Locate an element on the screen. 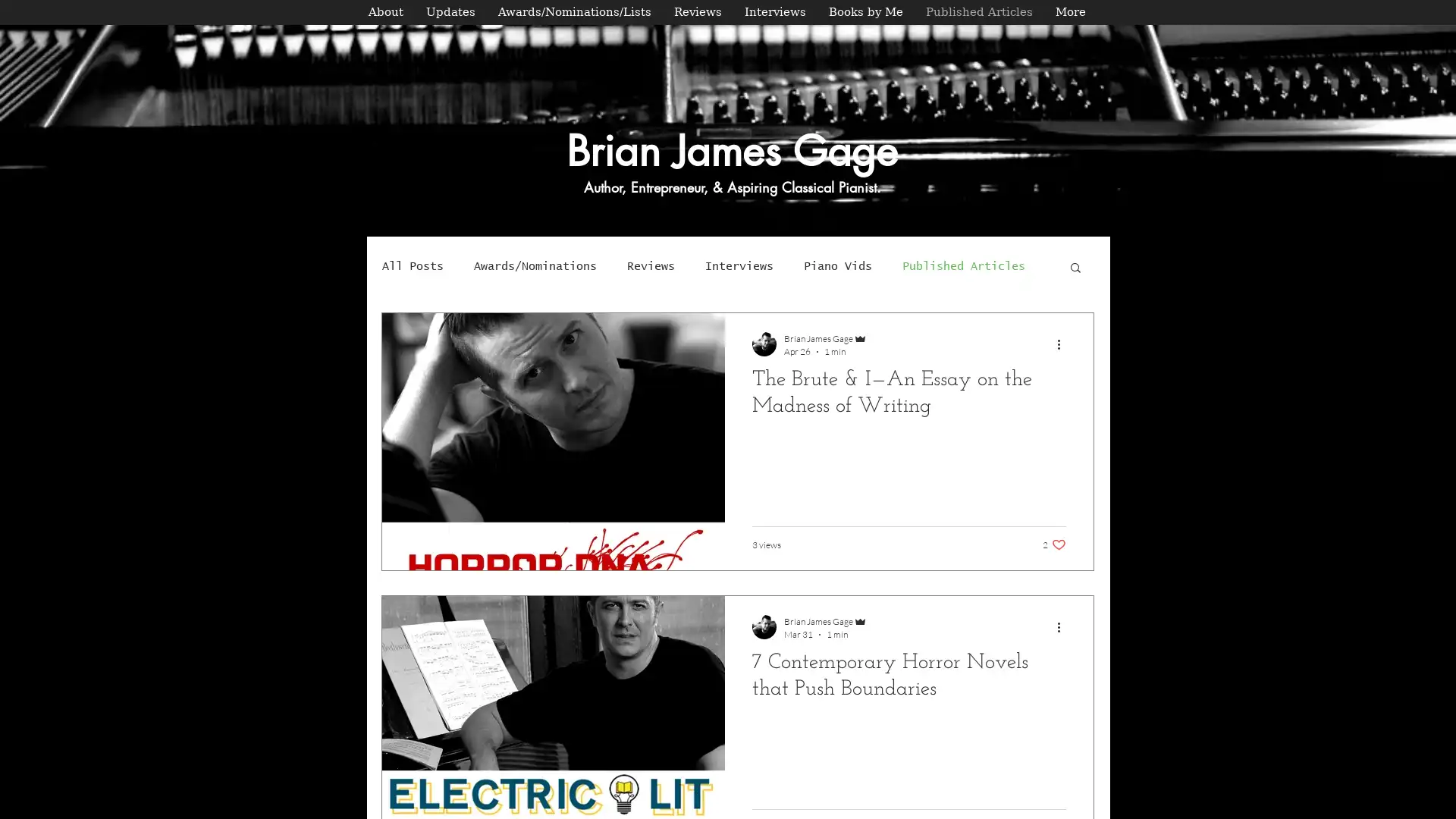 The height and width of the screenshot is (819, 1456). Awards/Nominations is located at coordinates (535, 265).